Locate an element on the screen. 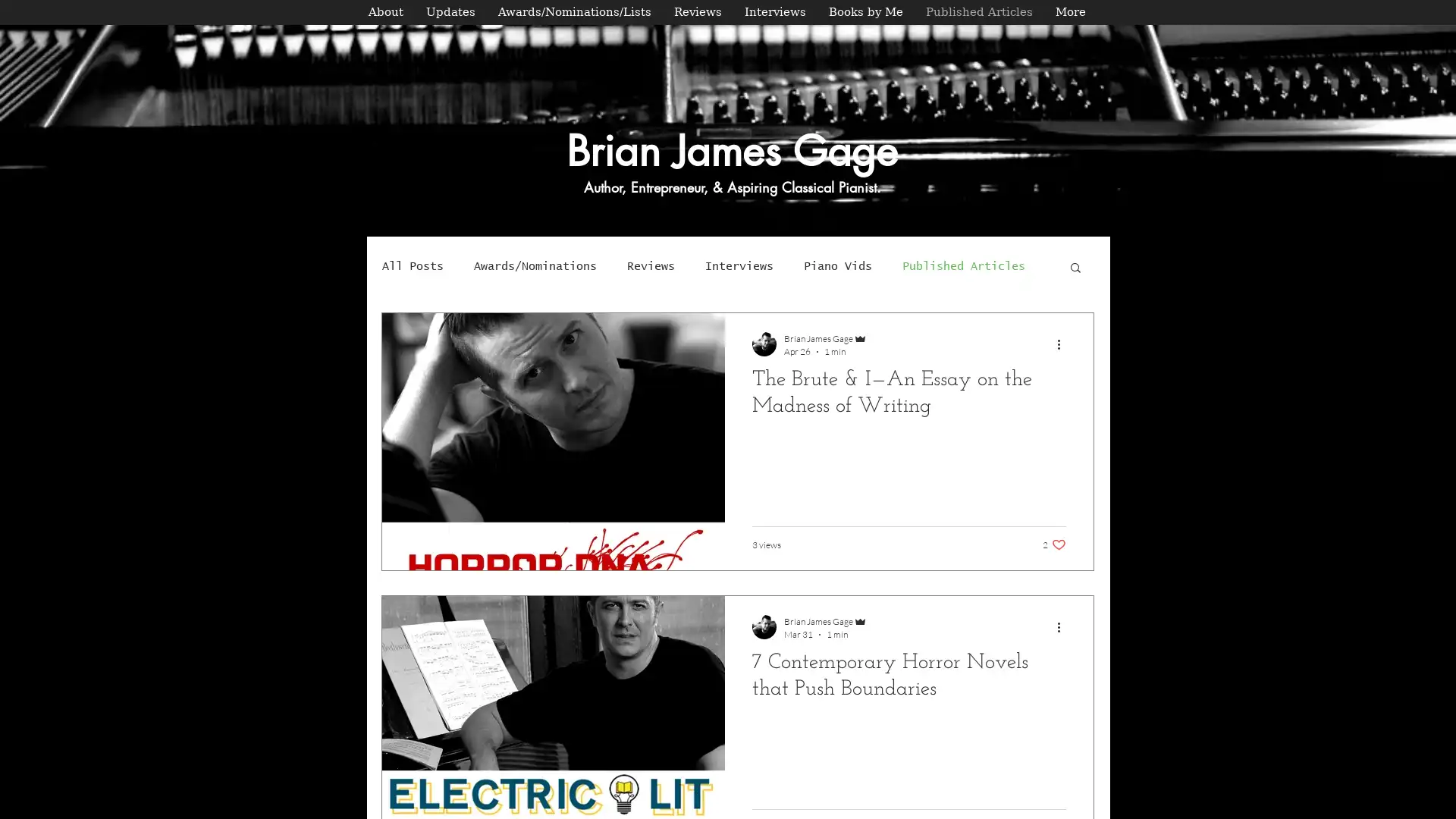 The height and width of the screenshot is (819, 1456). Awards/Nominations is located at coordinates (535, 265).